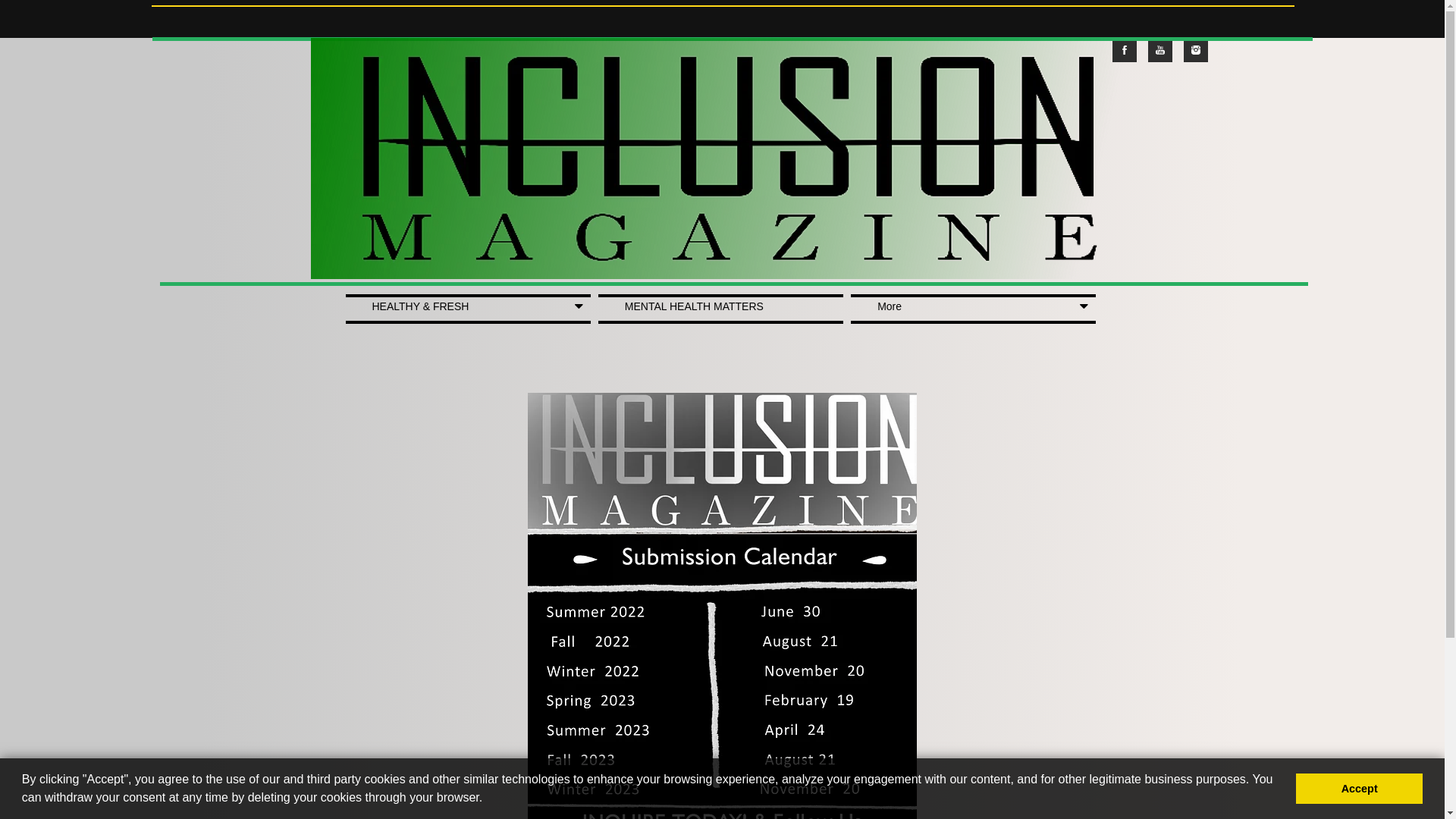 The width and height of the screenshot is (1456, 819). Describe the element at coordinates (467, 308) in the screenshot. I see `'HEALTHY & FRESH'` at that location.